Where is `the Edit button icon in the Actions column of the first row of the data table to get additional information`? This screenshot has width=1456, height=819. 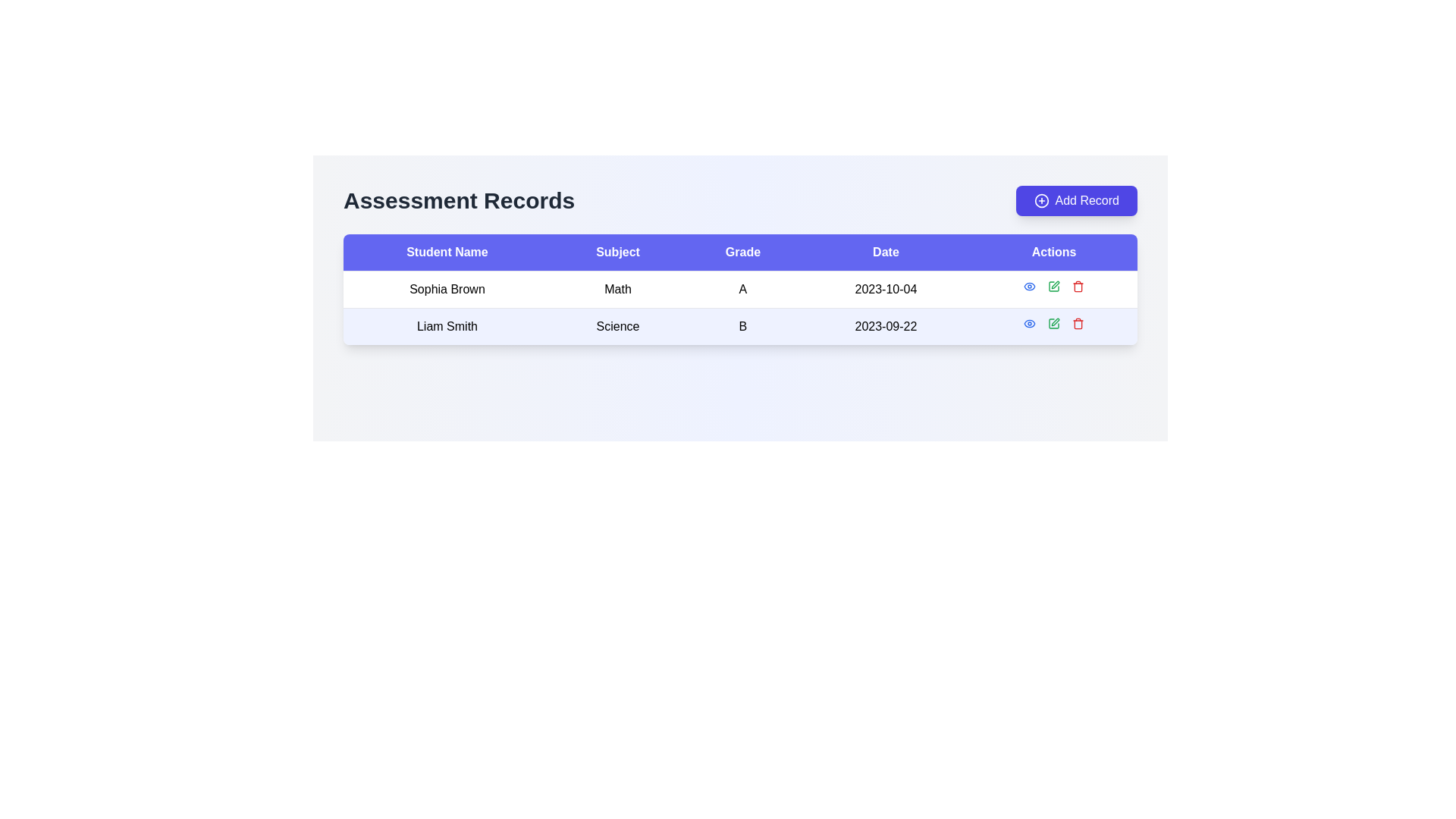
the Edit button icon in the Actions column of the first row of the data table to get additional information is located at coordinates (1053, 287).